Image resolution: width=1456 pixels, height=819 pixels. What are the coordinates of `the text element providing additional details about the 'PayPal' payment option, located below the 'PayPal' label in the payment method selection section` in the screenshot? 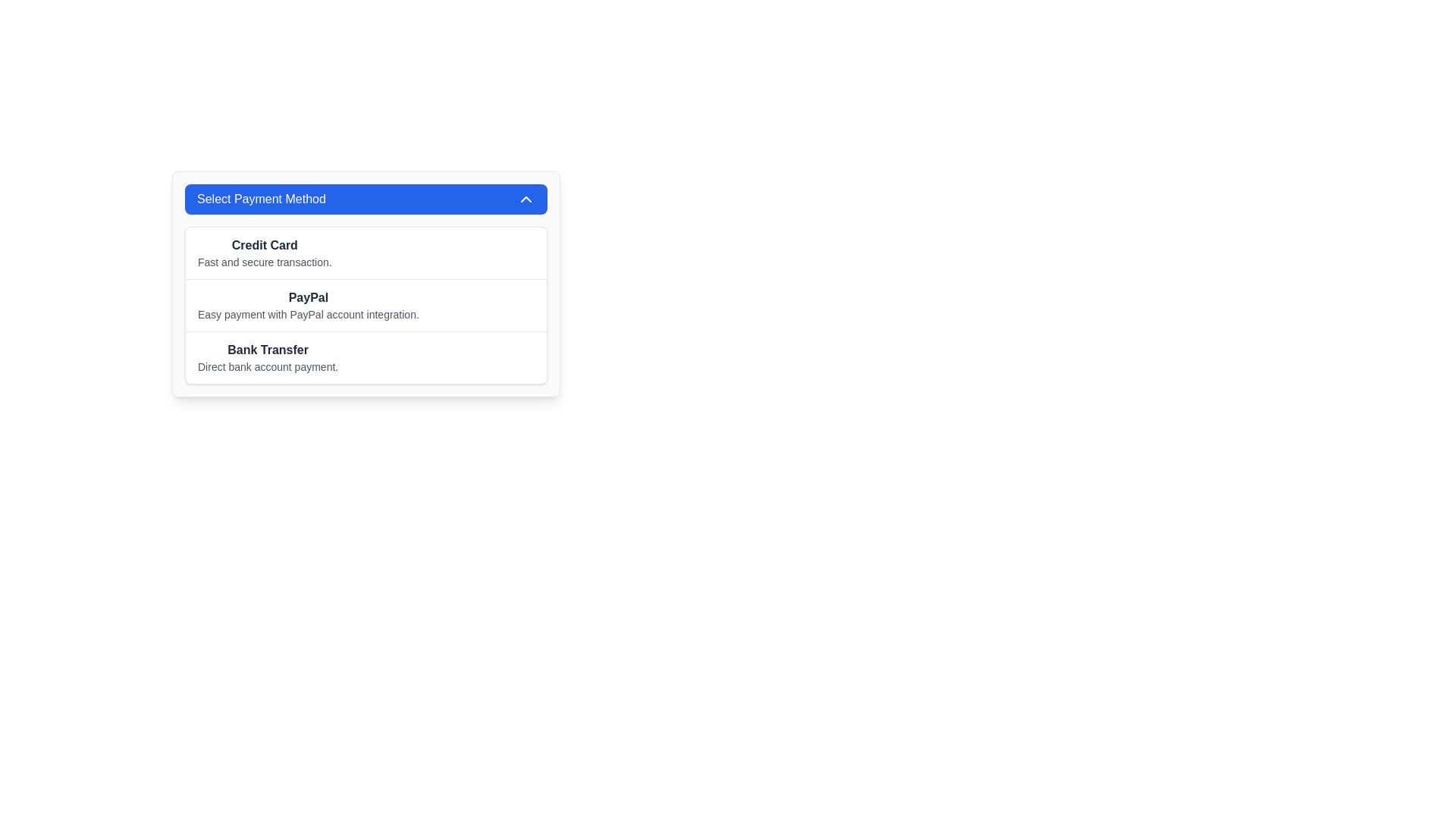 It's located at (307, 314).